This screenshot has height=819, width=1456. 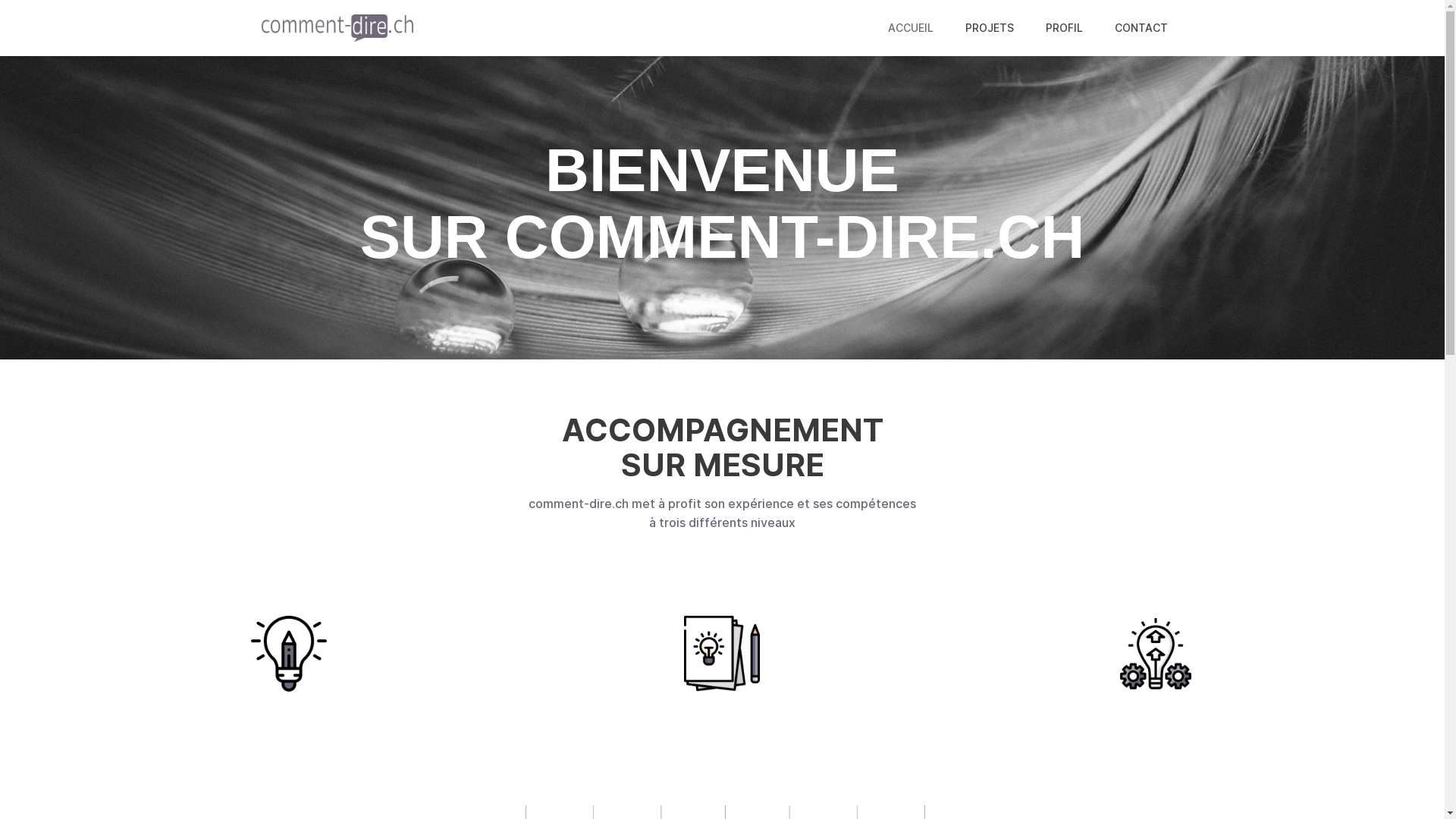 What do you see at coordinates (990, 28) in the screenshot?
I see `'PROJETS'` at bounding box center [990, 28].